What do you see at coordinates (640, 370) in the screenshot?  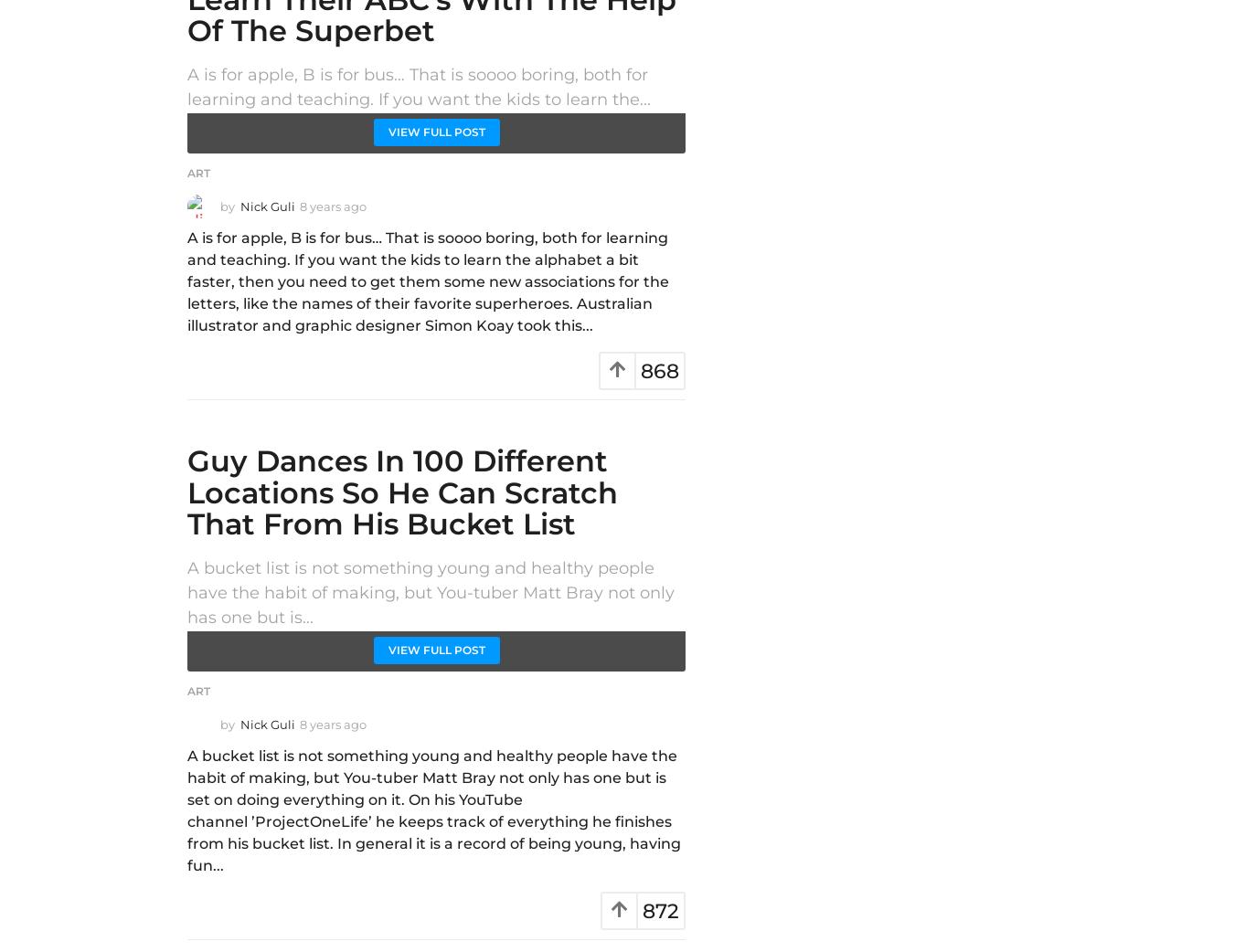 I see `'868'` at bounding box center [640, 370].